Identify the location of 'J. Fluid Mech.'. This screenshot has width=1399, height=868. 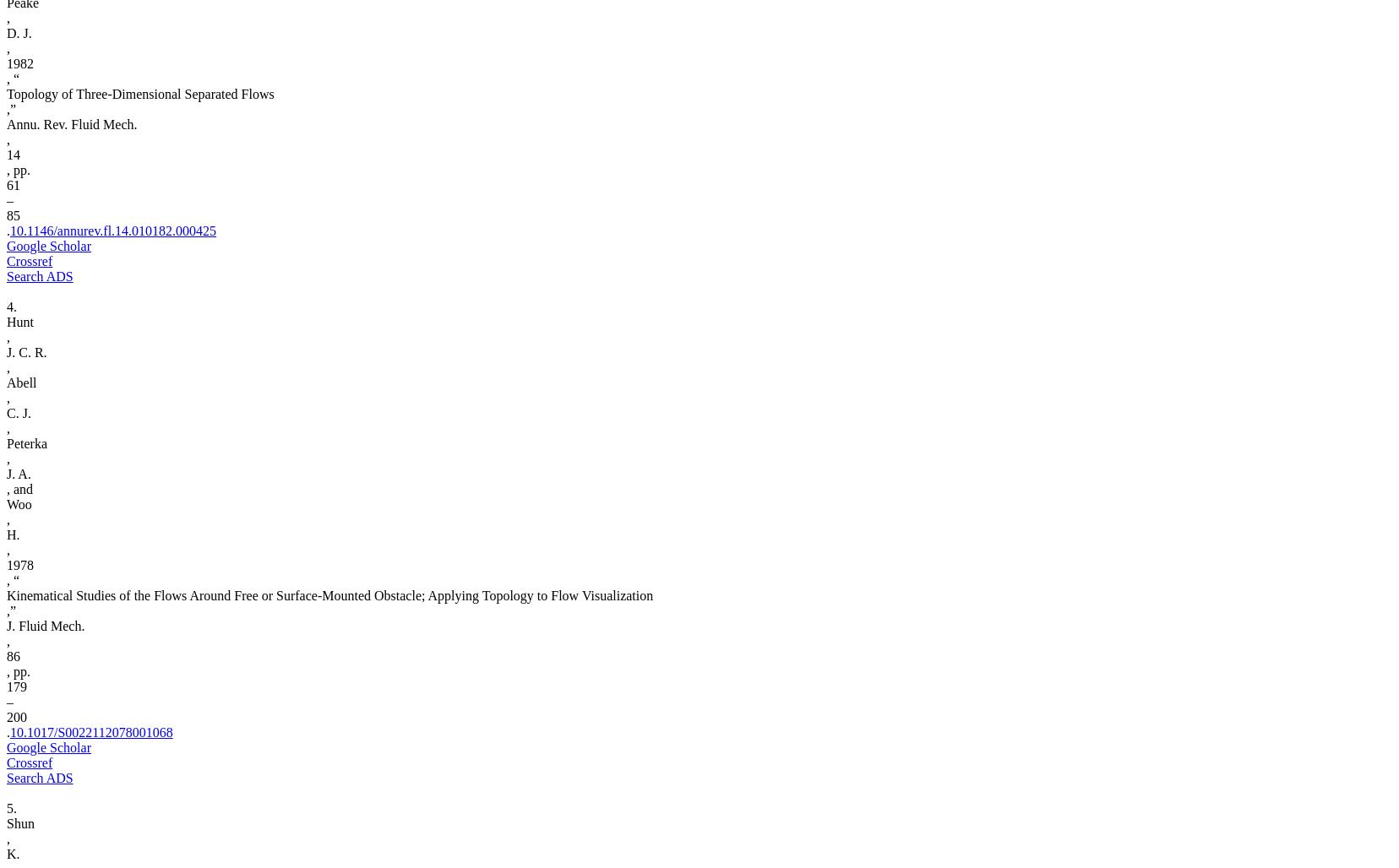
(44, 625).